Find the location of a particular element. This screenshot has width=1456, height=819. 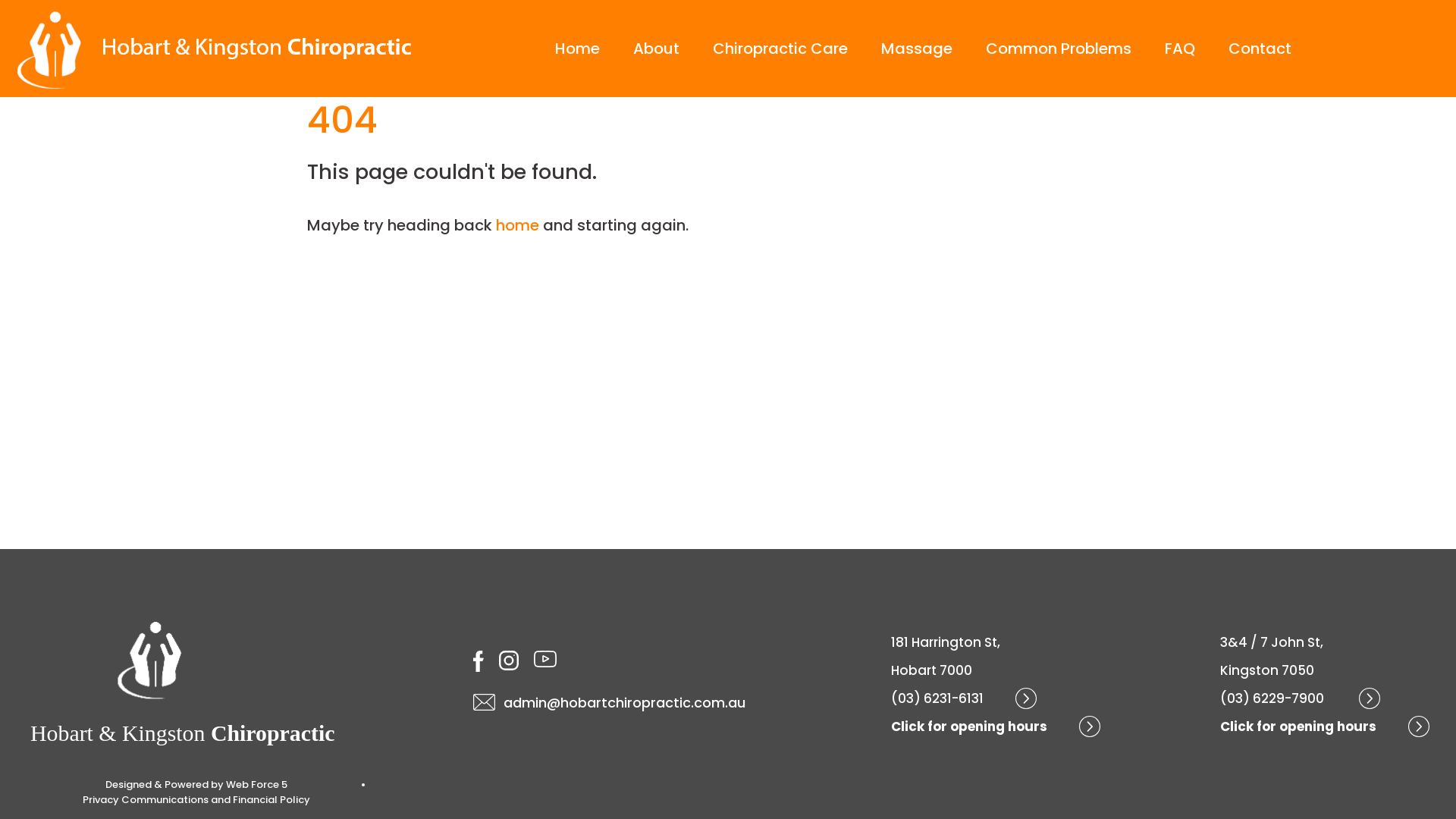

'About' is located at coordinates (656, 48).